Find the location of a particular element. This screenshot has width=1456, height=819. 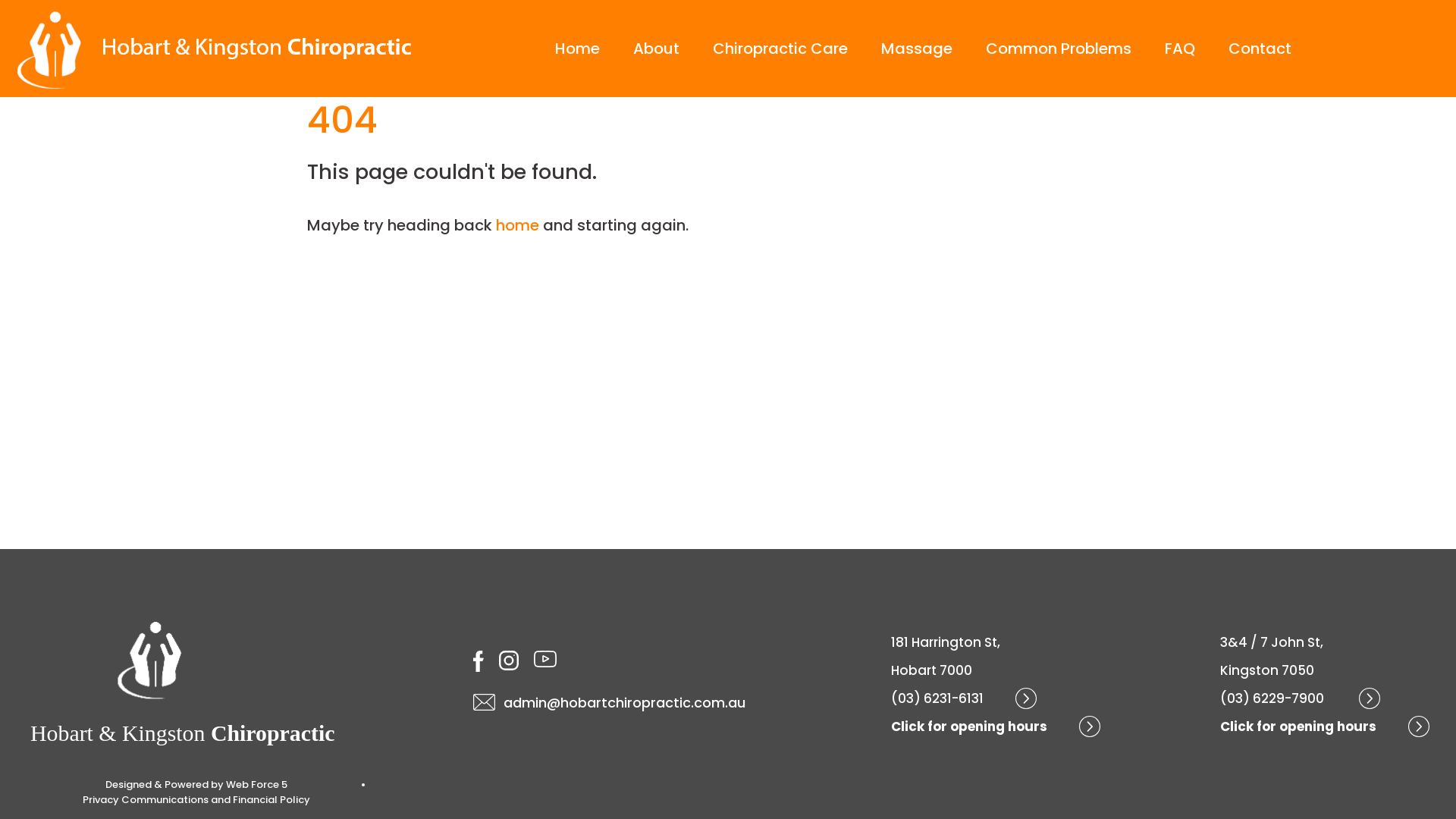

'About' is located at coordinates (656, 48).